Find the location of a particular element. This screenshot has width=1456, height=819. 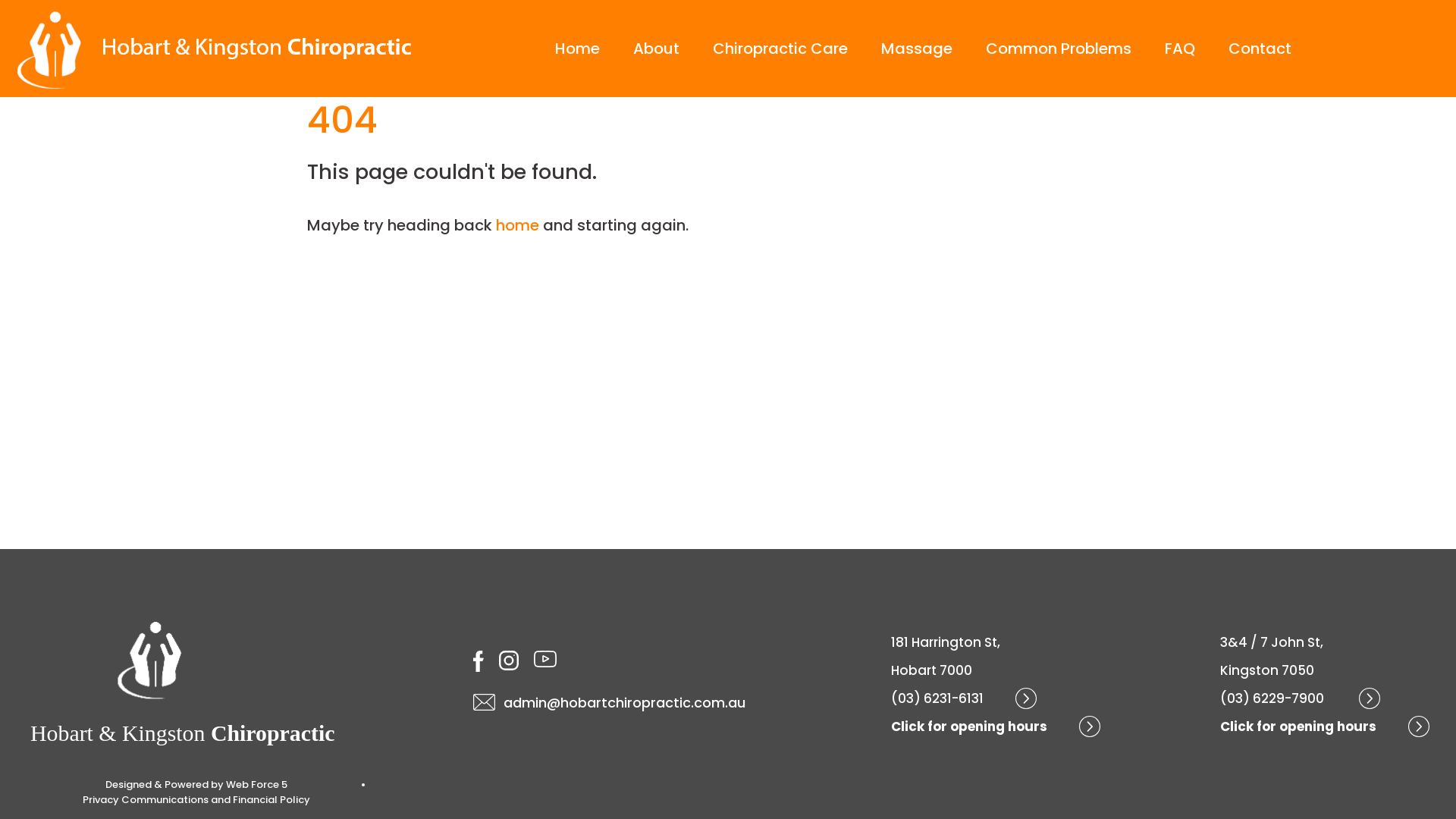

'About' is located at coordinates (656, 48).